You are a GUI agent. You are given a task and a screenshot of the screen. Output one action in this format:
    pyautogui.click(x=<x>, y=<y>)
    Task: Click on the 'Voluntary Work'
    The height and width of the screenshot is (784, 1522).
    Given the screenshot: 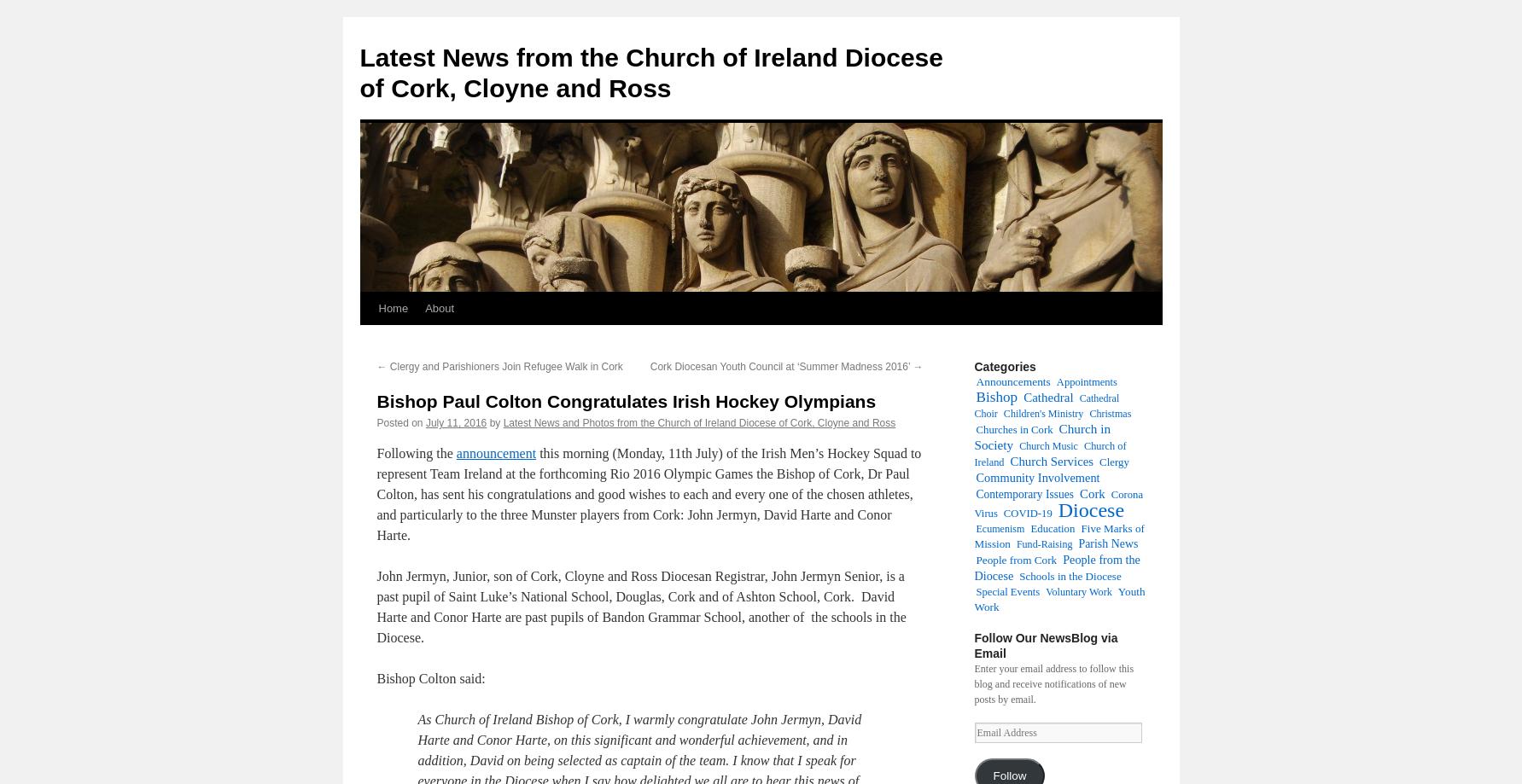 What is the action you would take?
    pyautogui.click(x=1045, y=591)
    